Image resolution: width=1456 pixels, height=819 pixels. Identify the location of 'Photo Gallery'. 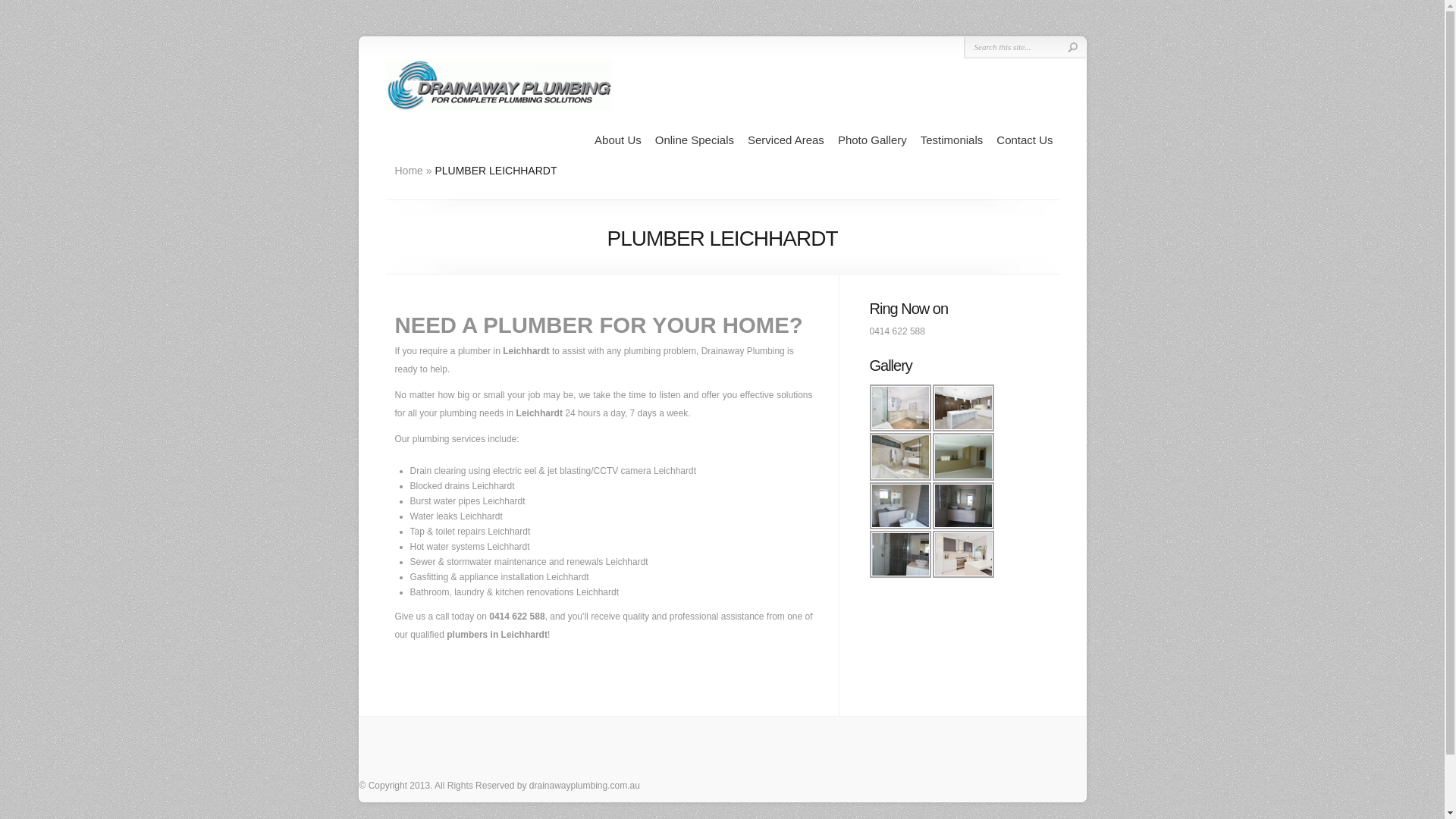
(872, 140).